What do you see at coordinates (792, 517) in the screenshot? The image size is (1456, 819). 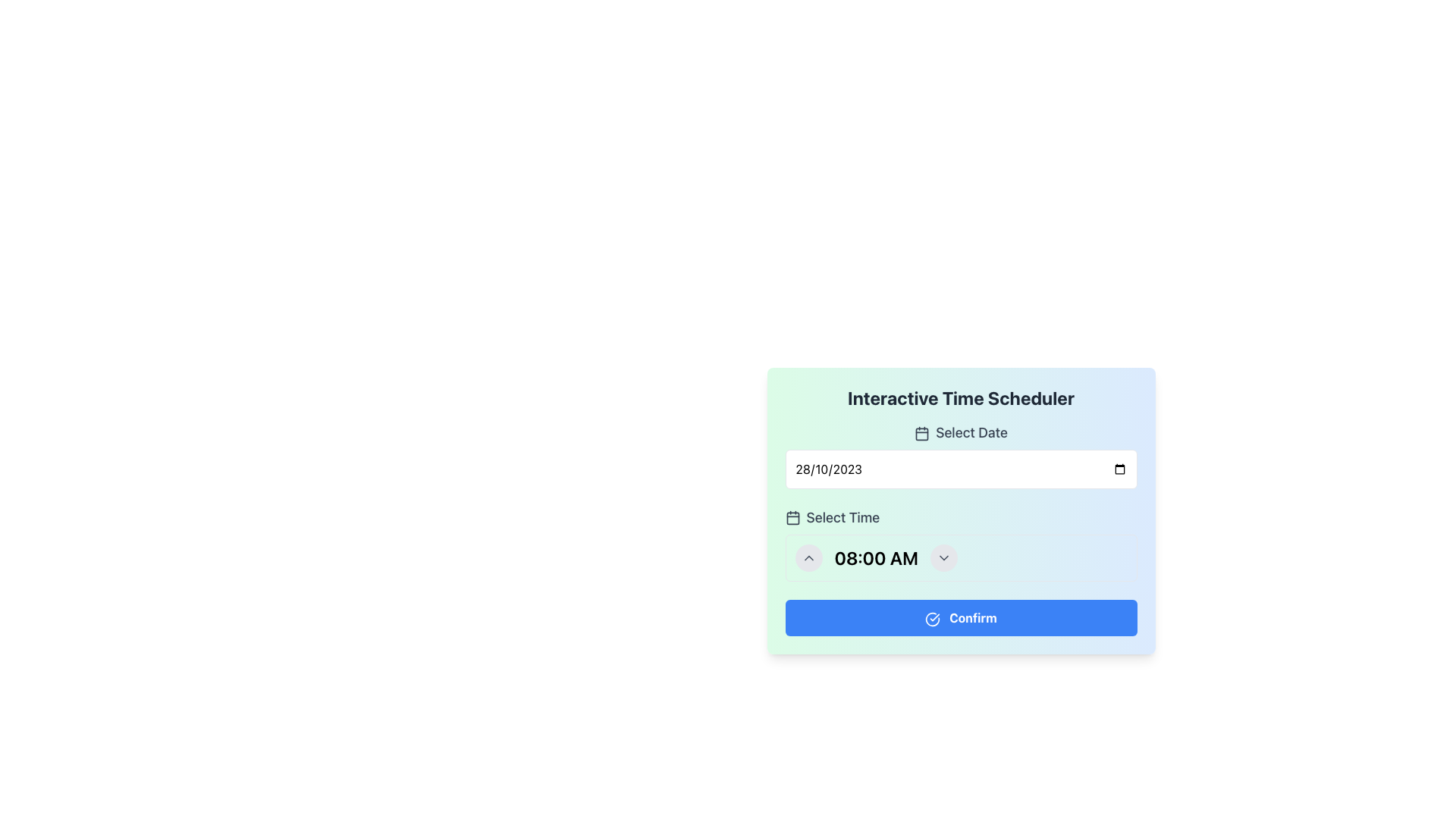 I see `the square visual element with rounded corners located at the center of the calendar icon within the 'Select Date' input field in the header of the scheduler interface` at bounding box center [792, 517].